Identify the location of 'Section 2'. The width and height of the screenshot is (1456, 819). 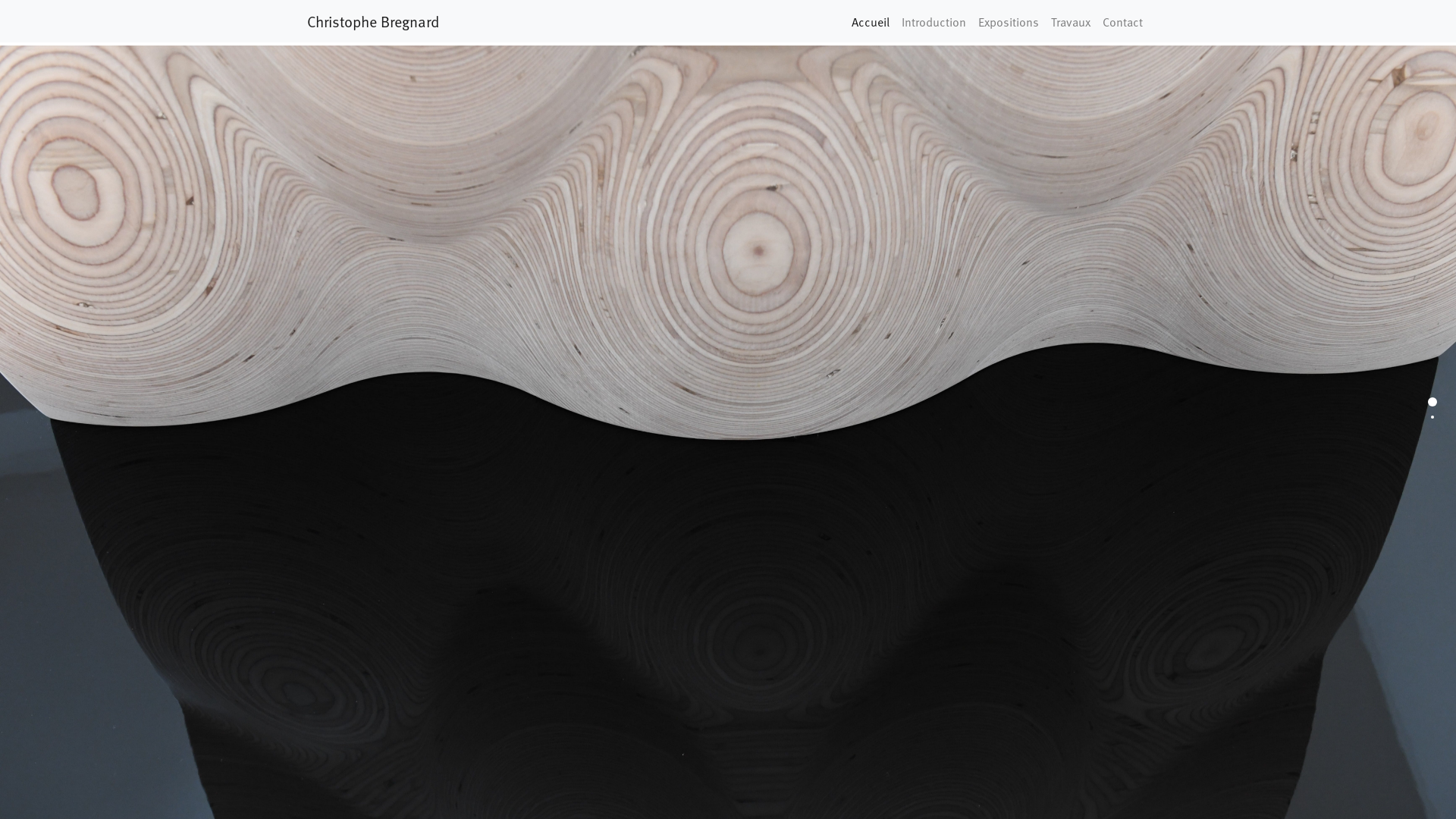
(1432, 417).